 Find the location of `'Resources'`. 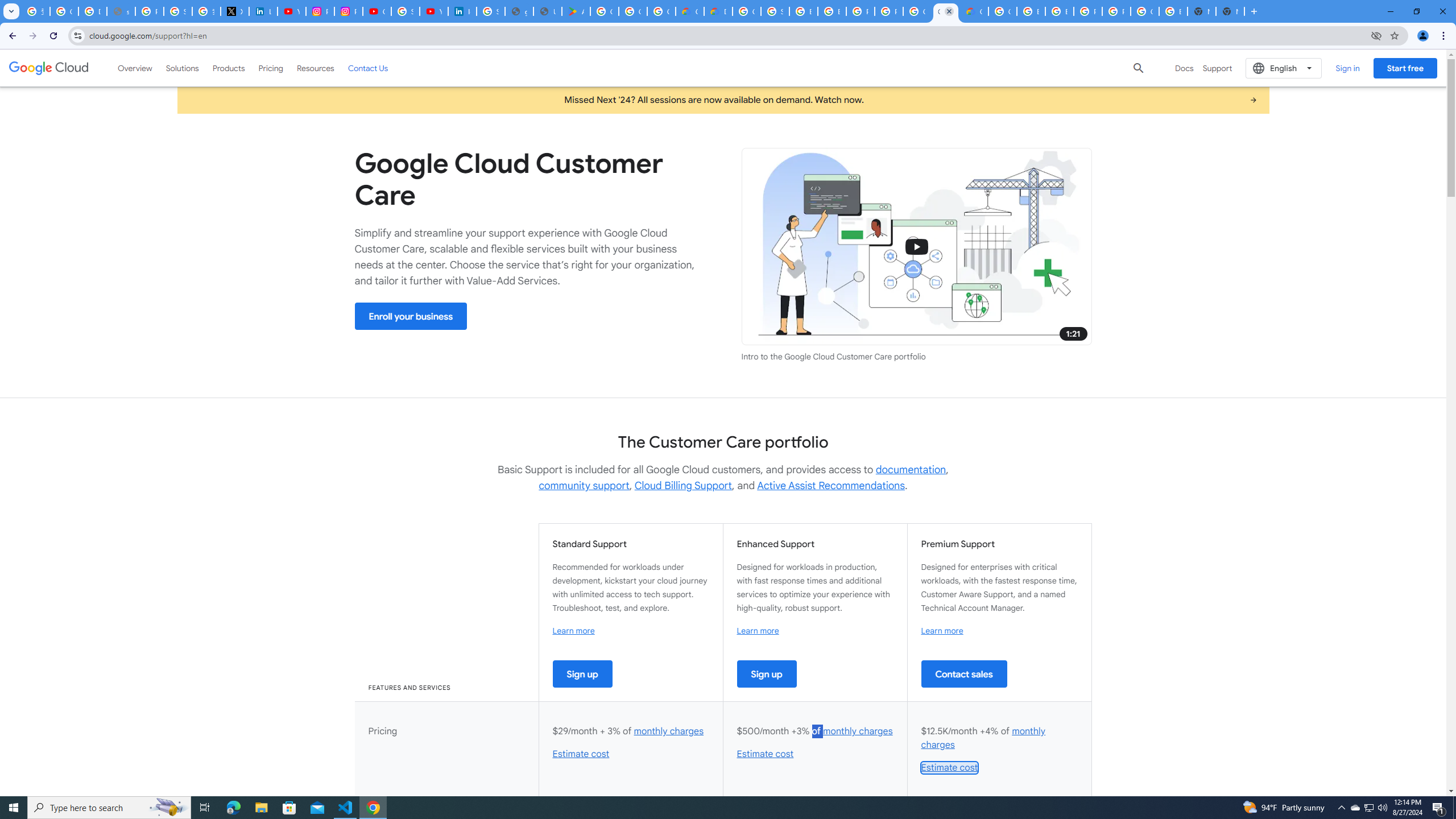

'Resources' is located at coordinates (315, 67).